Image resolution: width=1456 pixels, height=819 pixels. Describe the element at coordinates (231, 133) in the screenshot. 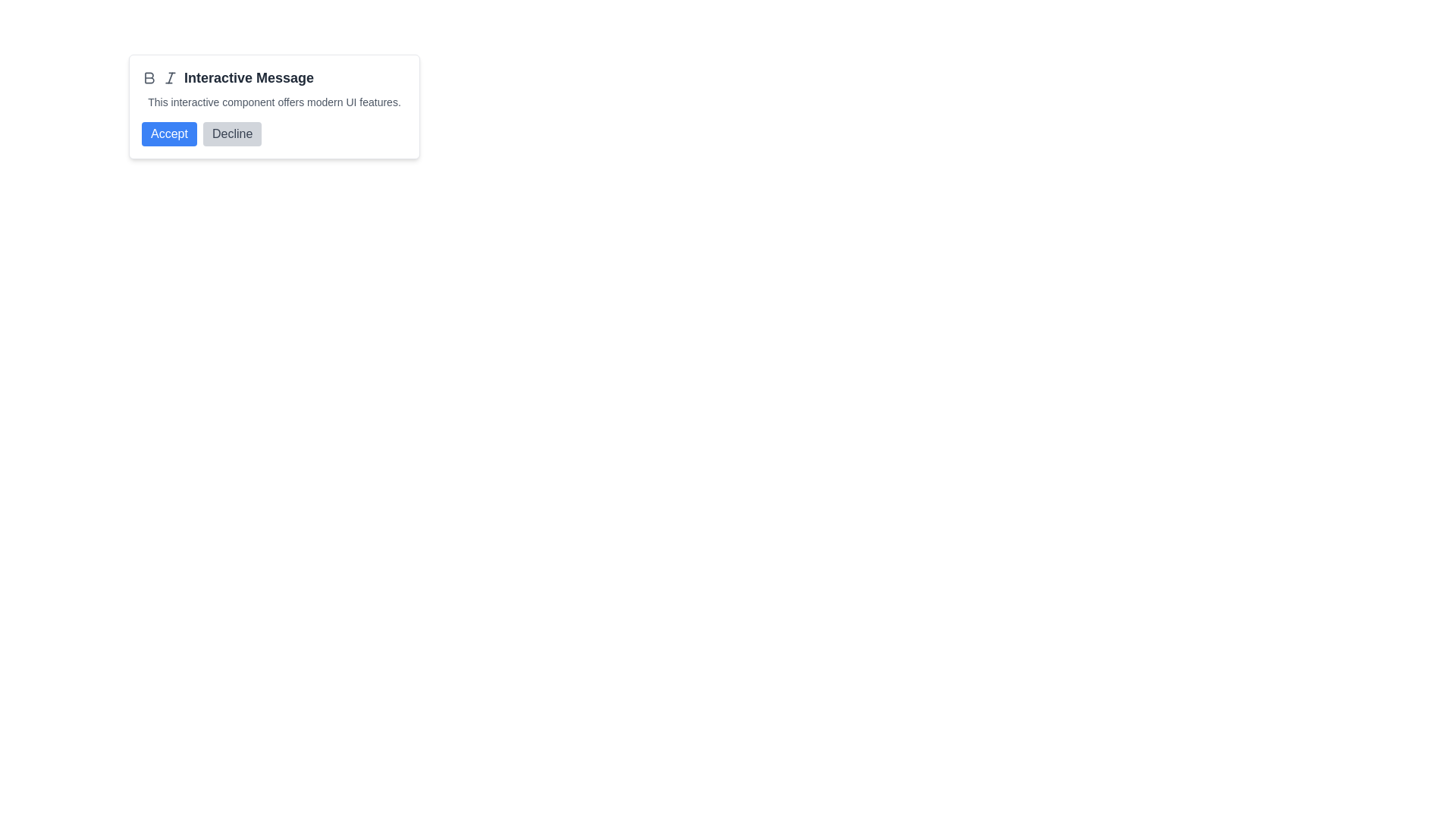

I see `the 'Decline' button, a rectangular button with gray background and rounded corners, located to the right of the 'Accept' button in the message box layout` at that location.